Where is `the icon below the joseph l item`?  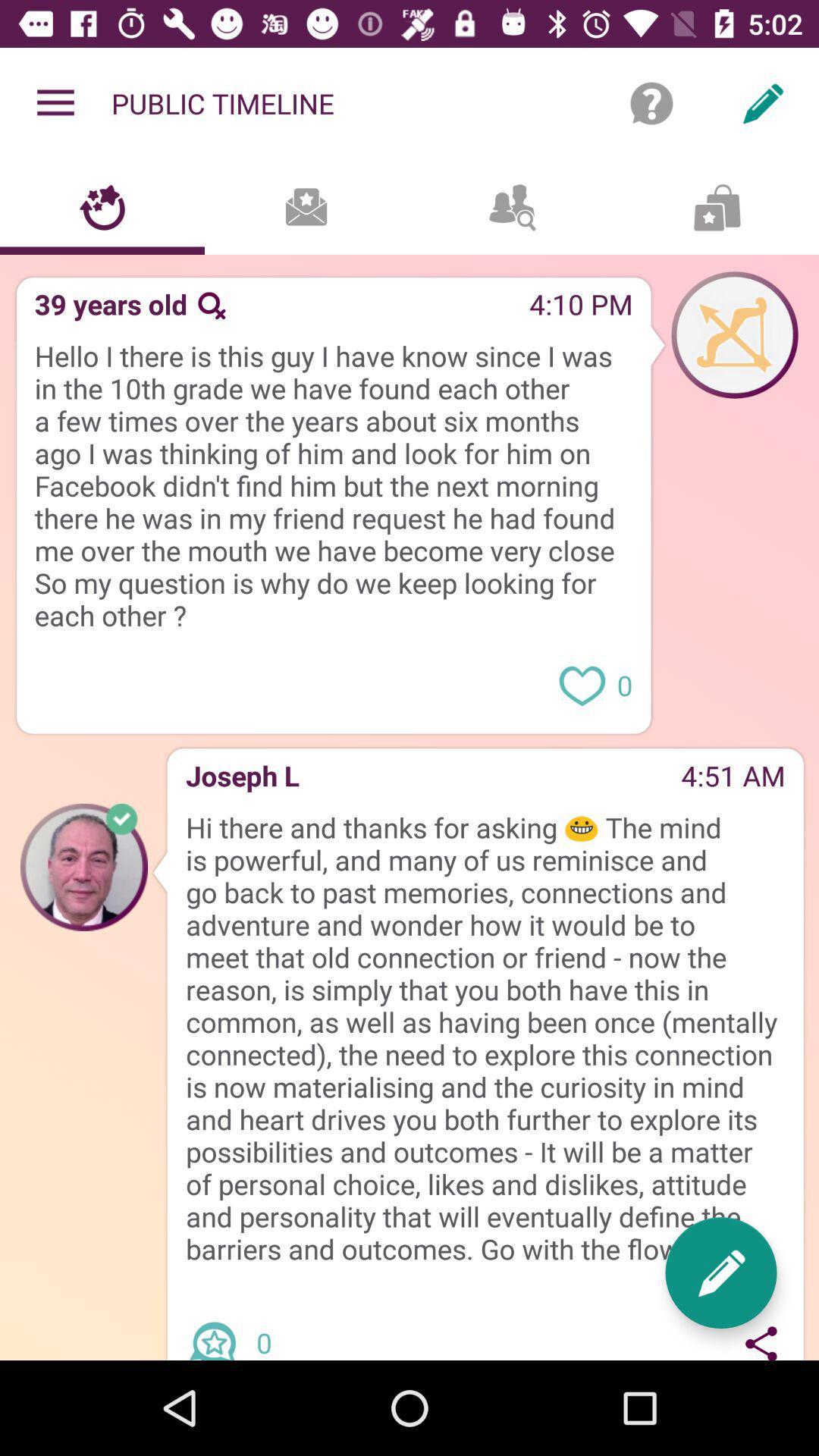
the icon below the joseph l item is located at coordinates (485, 1037).